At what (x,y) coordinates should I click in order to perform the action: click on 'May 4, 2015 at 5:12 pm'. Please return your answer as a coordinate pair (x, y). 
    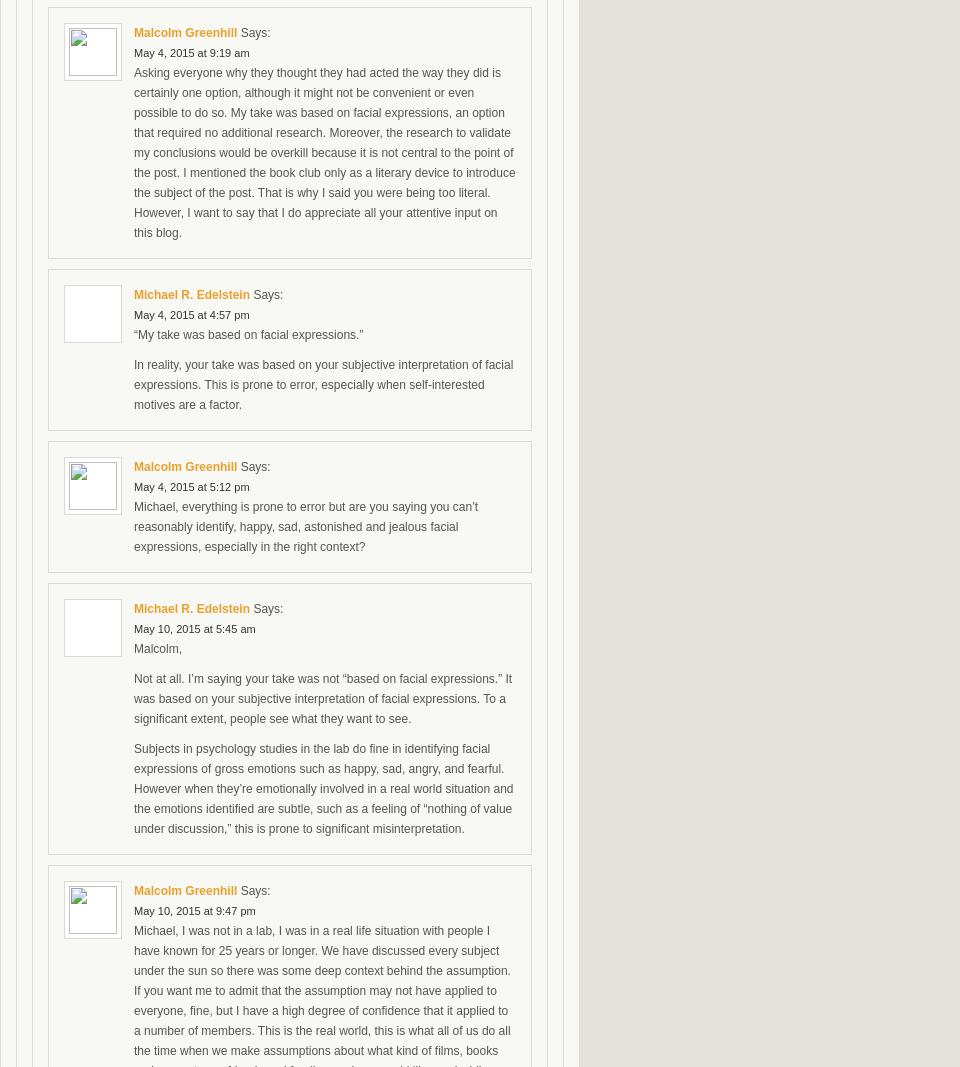
    Looking at the image, I should click on (191, 485).